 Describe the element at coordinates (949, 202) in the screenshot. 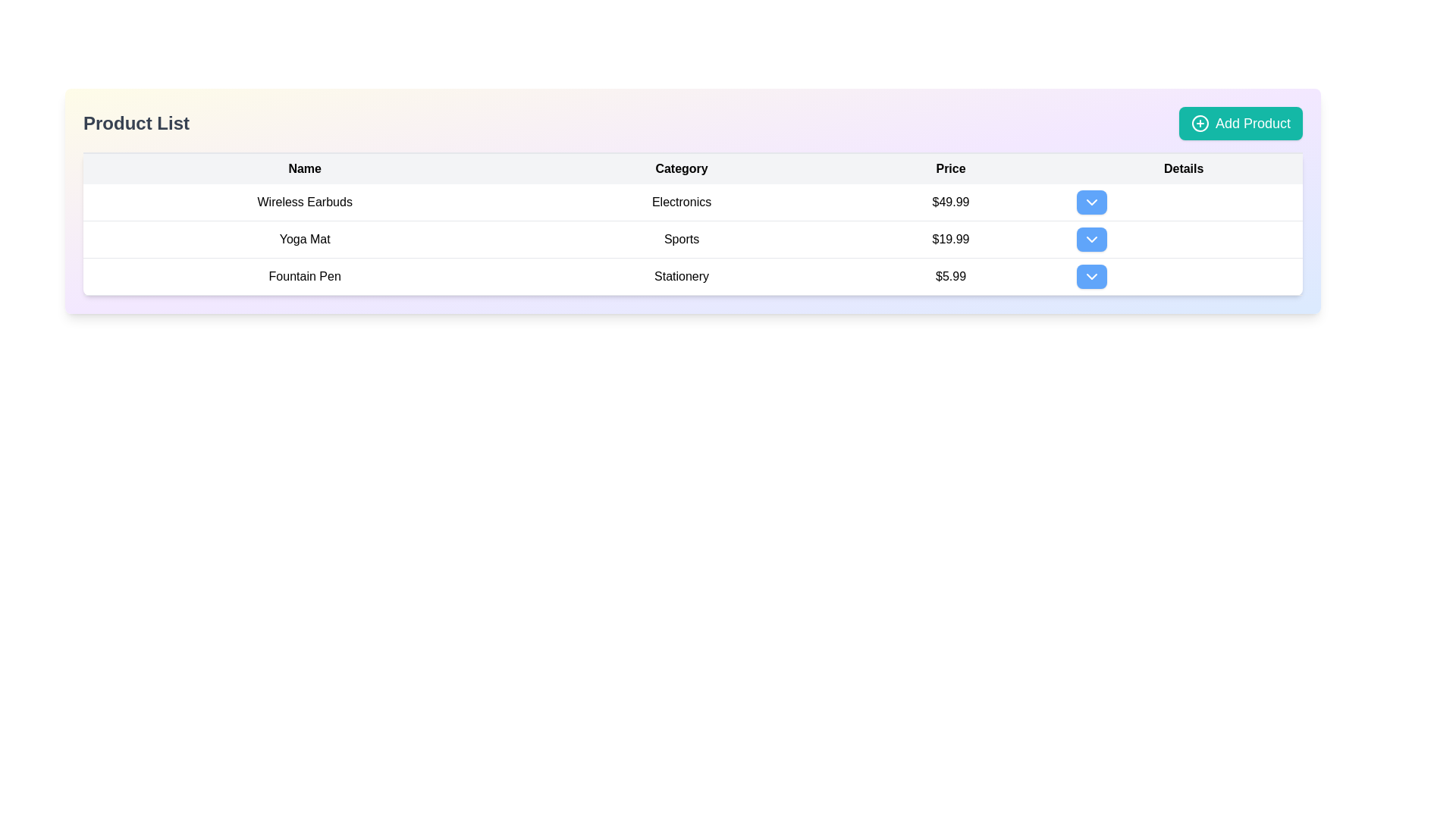

I see `the static text element displaying the price of the product in the first row of the 'Price' column, which is aligned with 'Wireless Earbuds' in the 'Name' column and 'Electronics' in the 'Category' column` at that location.